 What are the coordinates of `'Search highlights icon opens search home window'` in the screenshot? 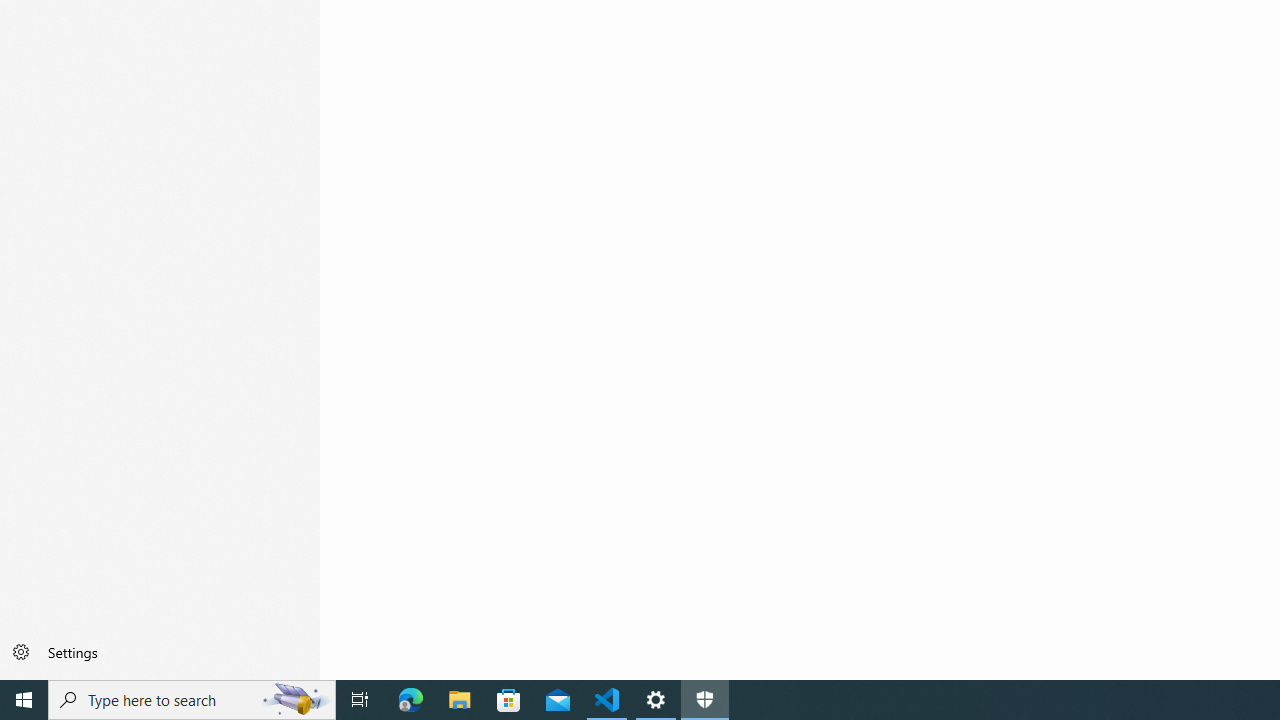 It's located at (294, 698).